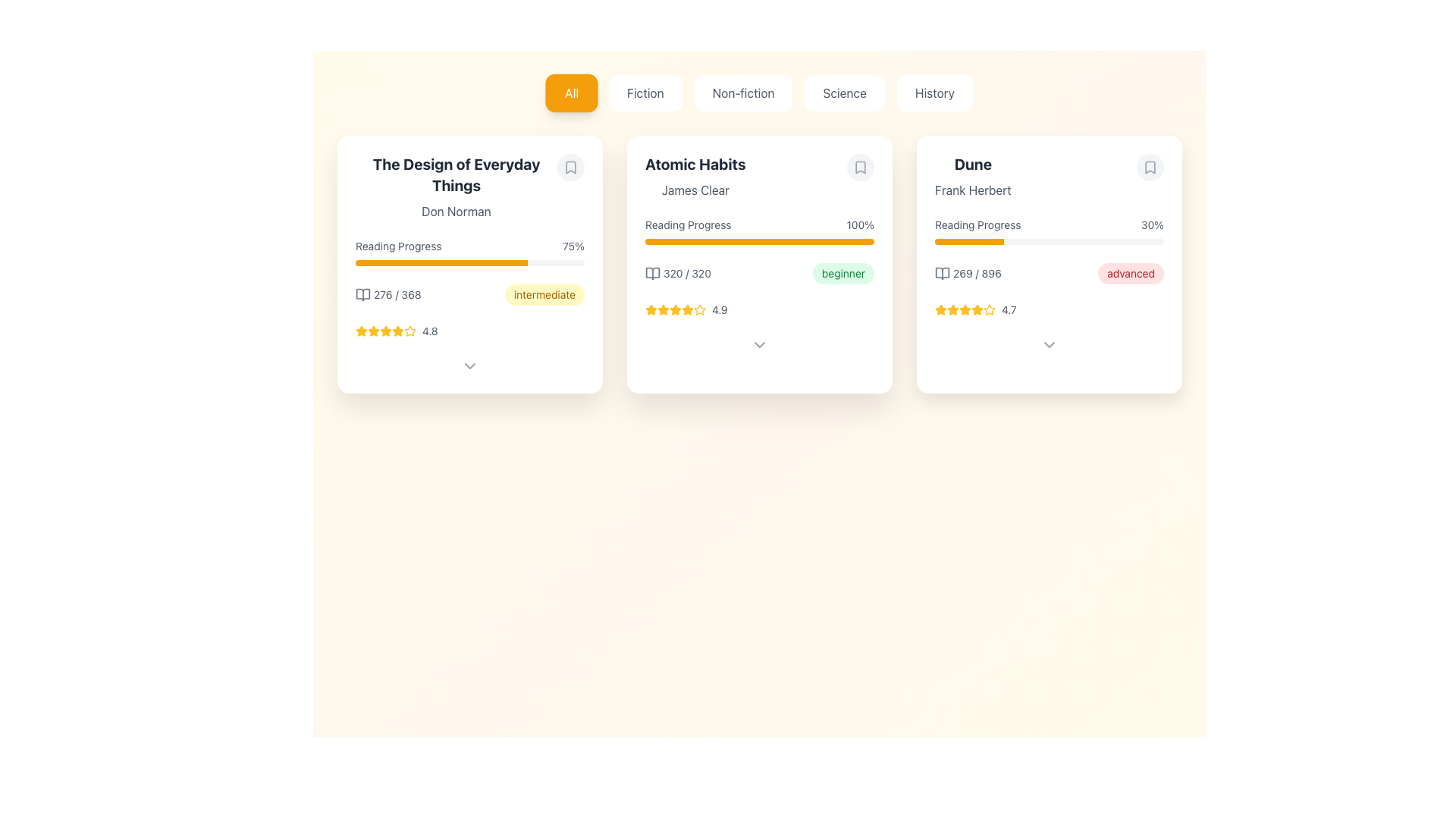 The image size is (1456, 819). Describe the element at coordinates (362, 295) in the screenshot. I see `the visual representation of the open book icon located in the top-right area of the card labeled 'The Design of Everyday Things'` at that location.